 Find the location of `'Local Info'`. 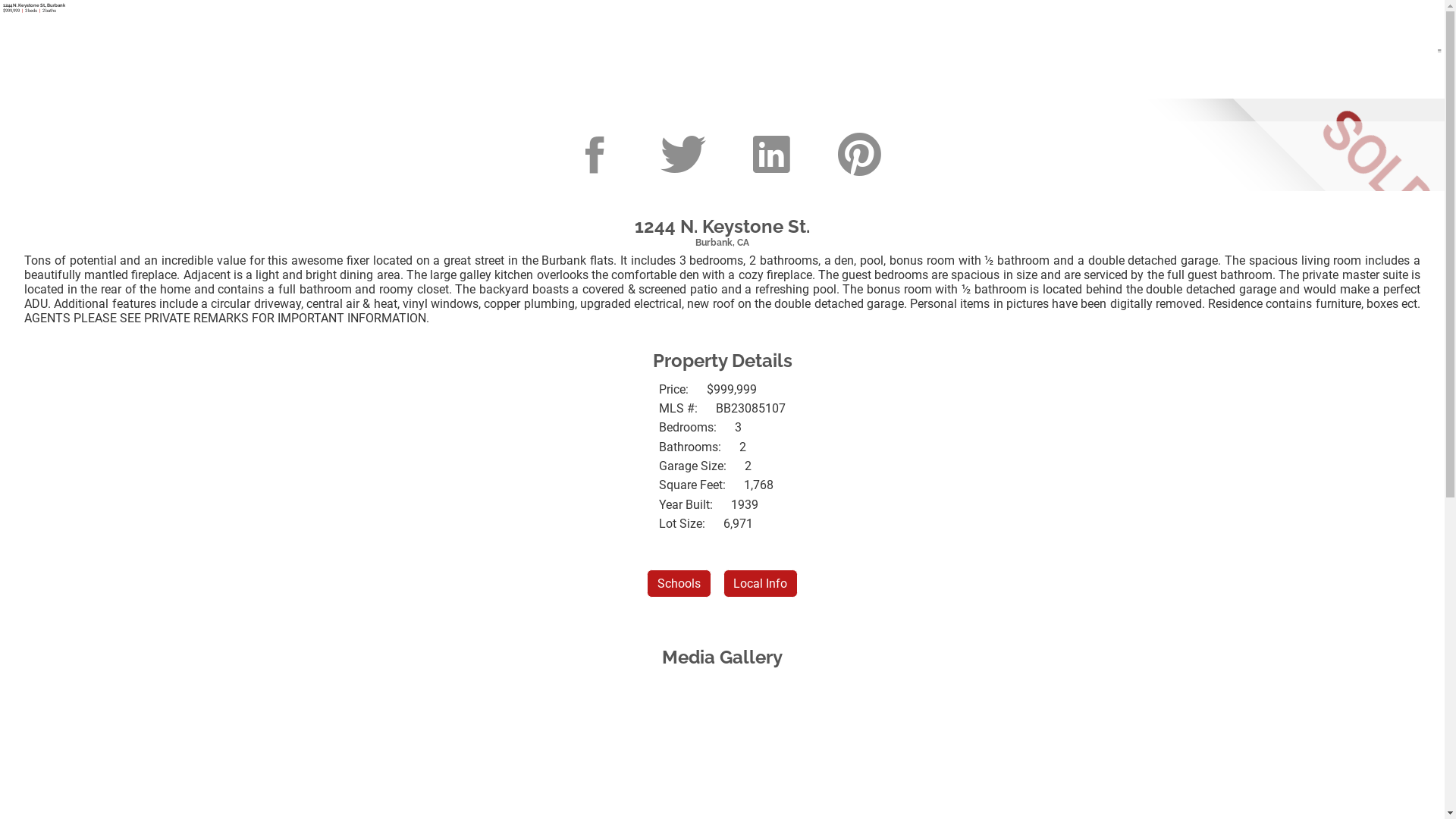

'Local Info' is located at coordinates (761, 582).